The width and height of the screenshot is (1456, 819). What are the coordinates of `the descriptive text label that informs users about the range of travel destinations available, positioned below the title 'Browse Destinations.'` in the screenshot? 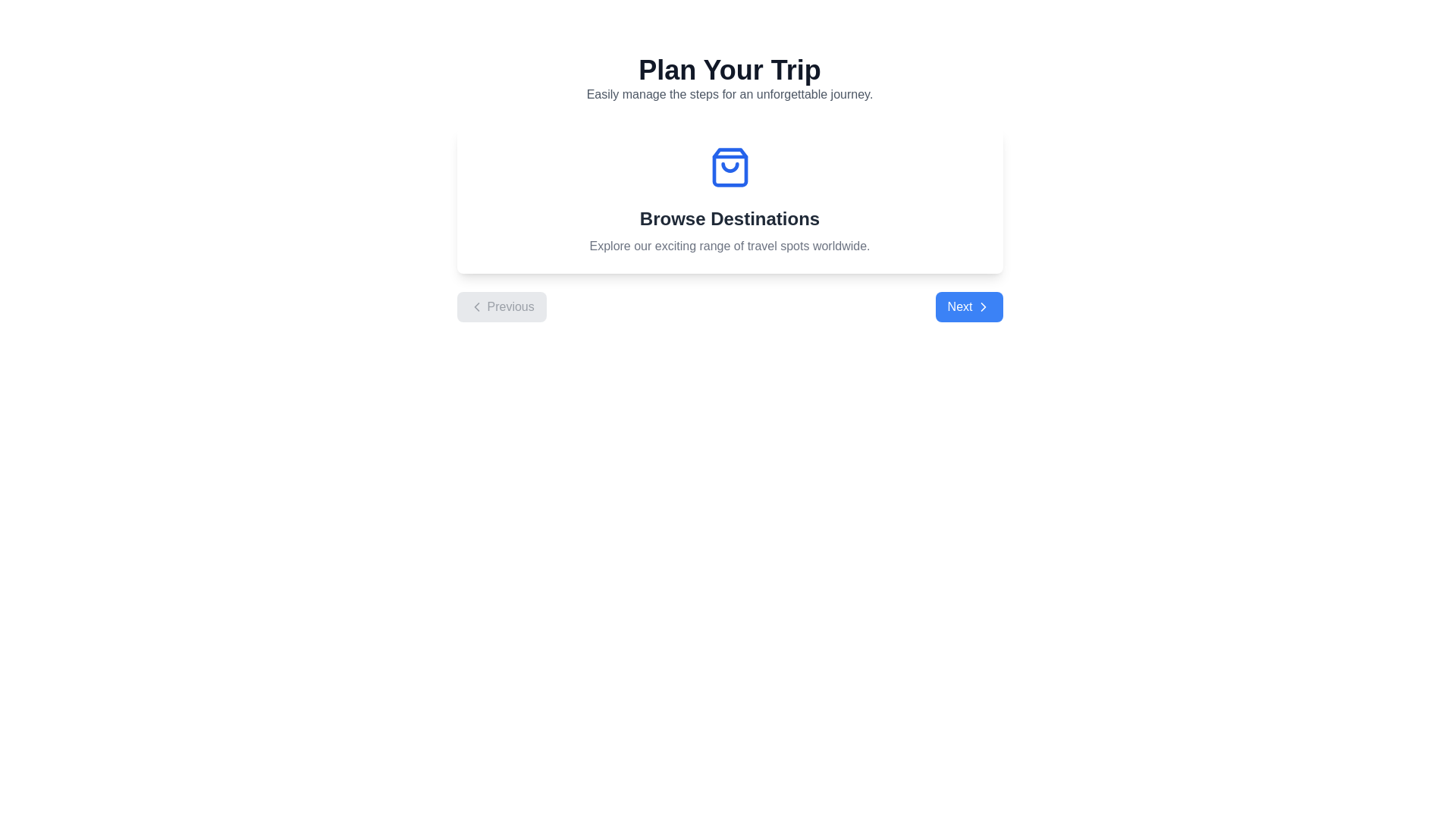 It's located at (730, 245).